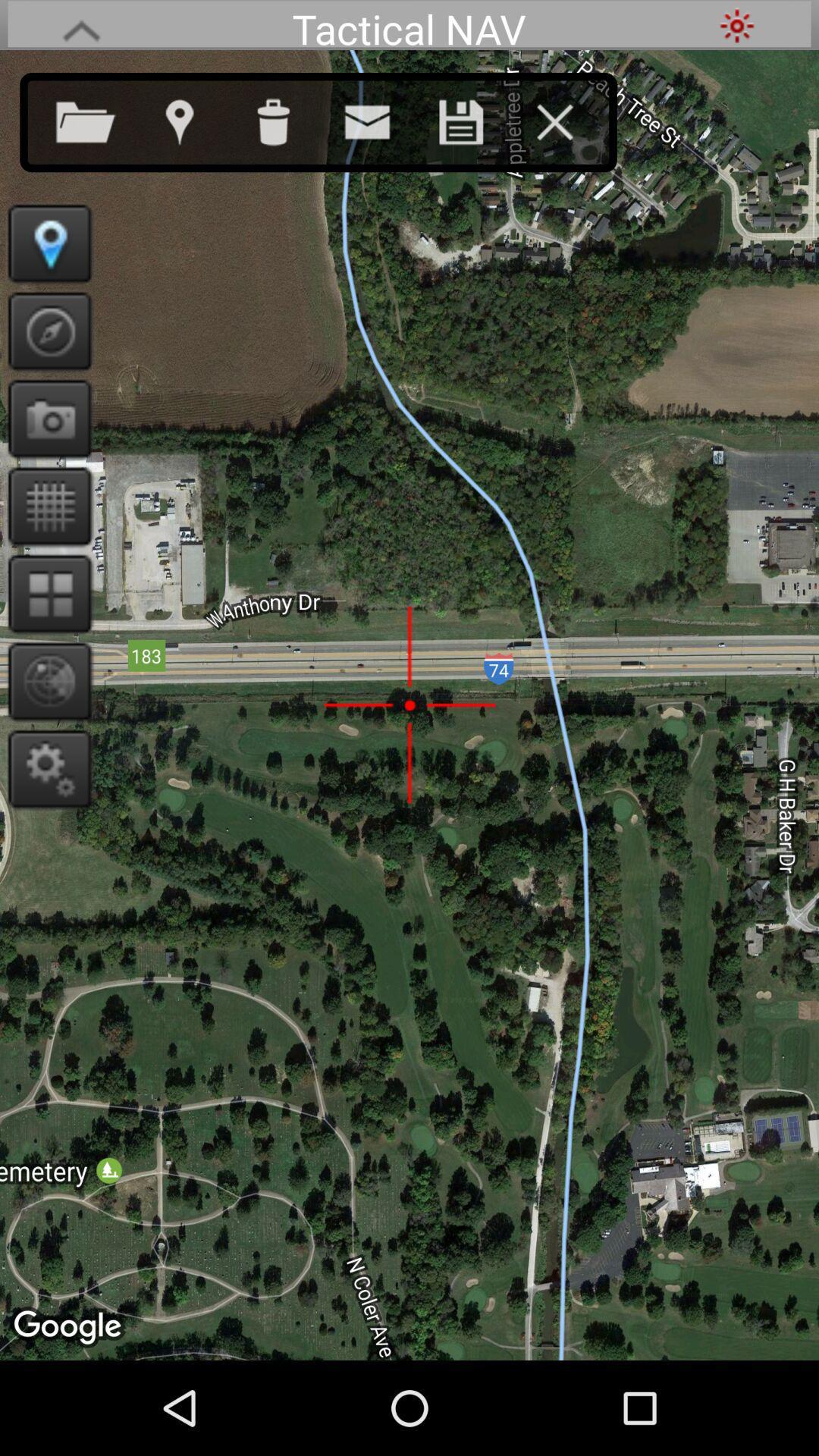 Image resolution: width=819 pixels, height=1456 pixels. What do you see at coordinates (44, 680) in the screenshot?
I see `open radar` at bounding box center [44, 680].